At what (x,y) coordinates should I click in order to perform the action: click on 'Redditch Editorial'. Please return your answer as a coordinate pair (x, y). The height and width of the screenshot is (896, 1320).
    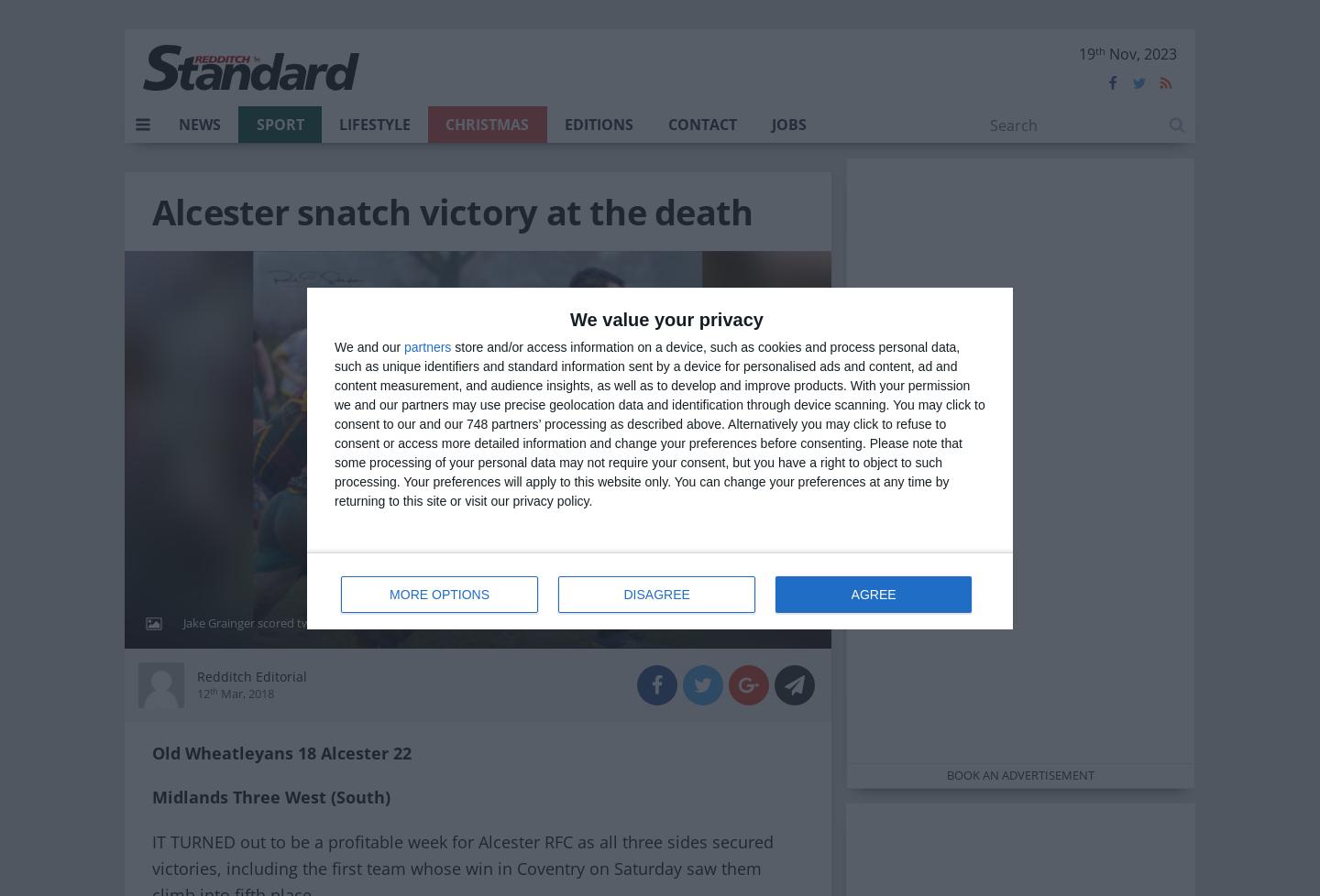
    Looking at the image, I should click on (250, 674).